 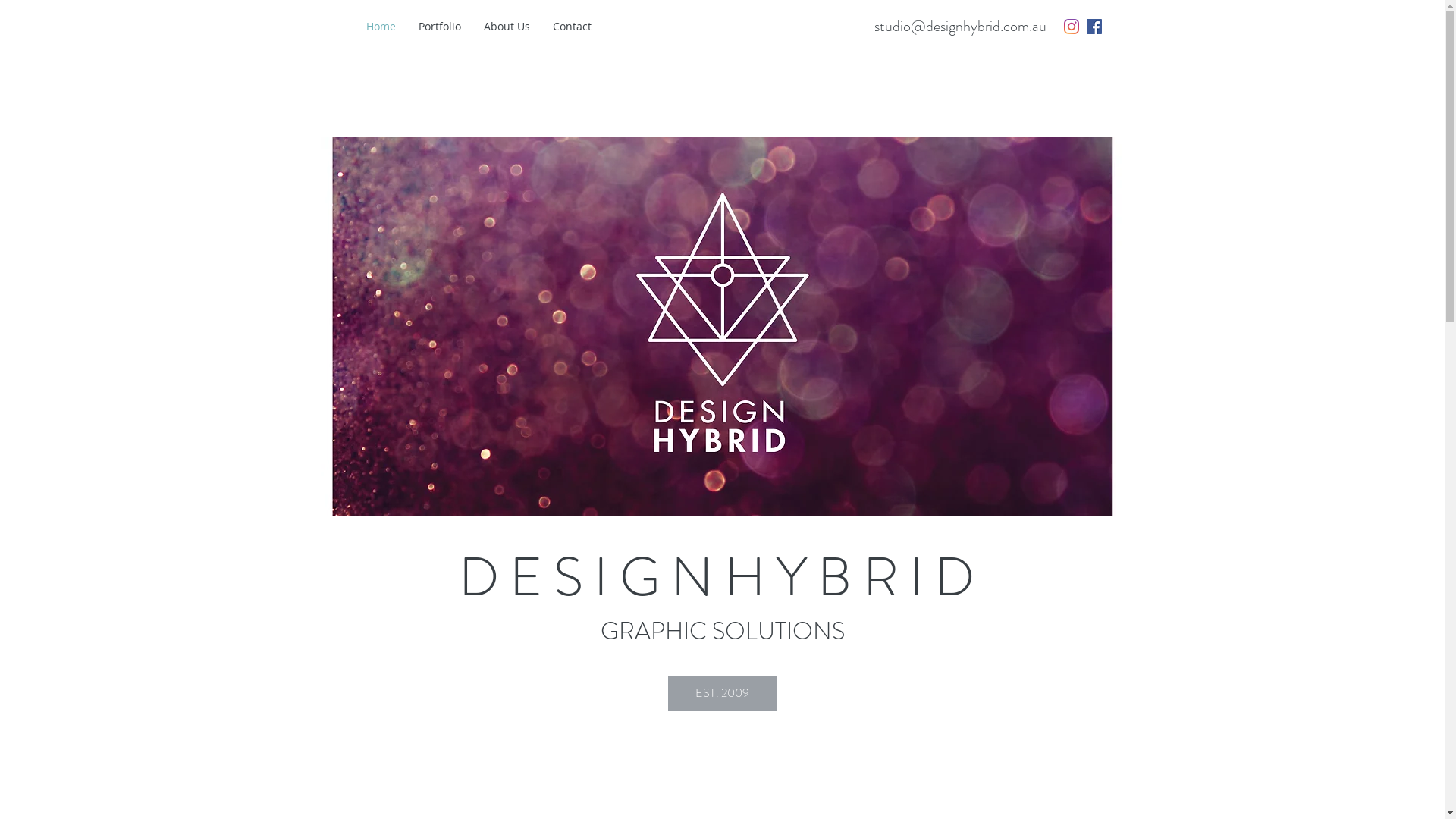 I want to click on 'Contact', so click(x=571, y=26).